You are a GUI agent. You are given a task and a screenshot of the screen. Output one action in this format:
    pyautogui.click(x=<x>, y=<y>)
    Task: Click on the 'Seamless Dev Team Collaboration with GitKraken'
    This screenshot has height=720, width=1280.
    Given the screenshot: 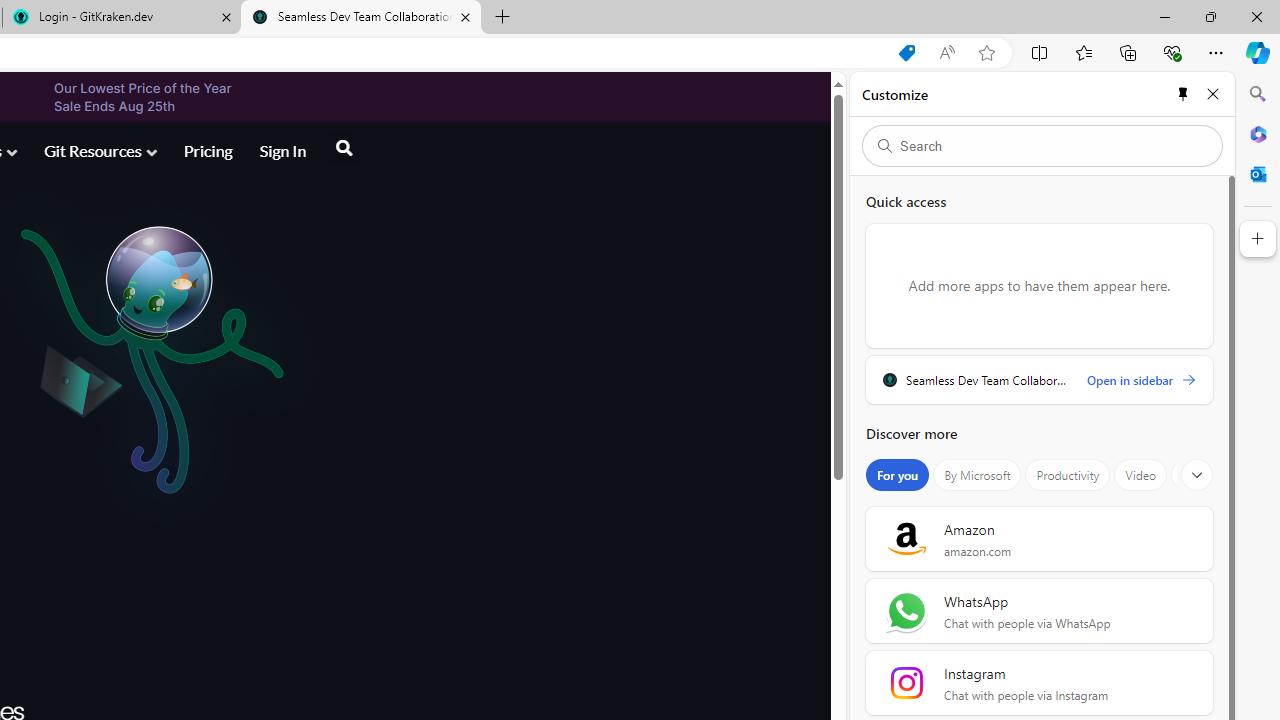 What is the action you would take?
    pyautogui.click(x=360, y=17)
    